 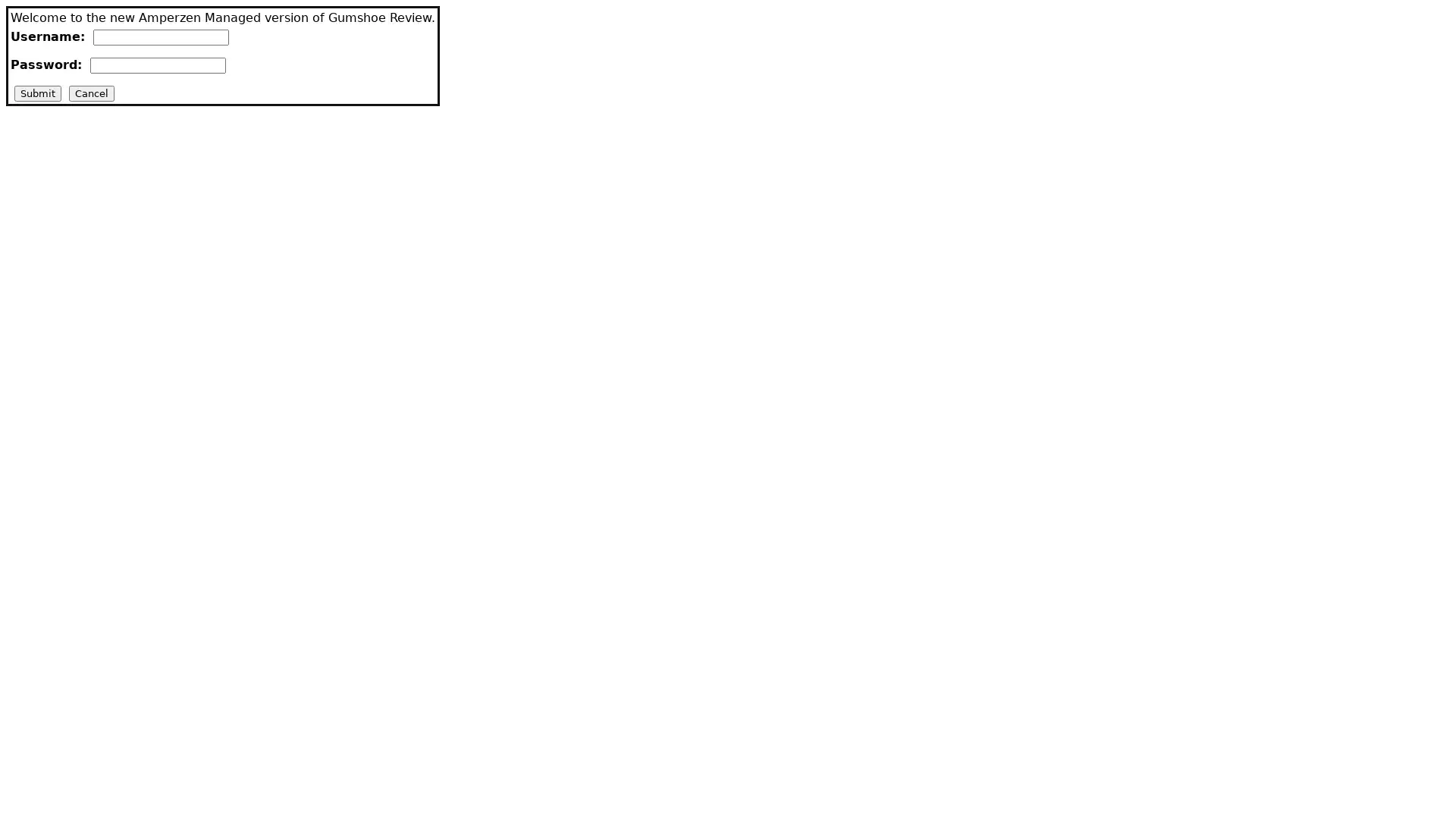 I want to click on Submit, so click(x=37, y=93).